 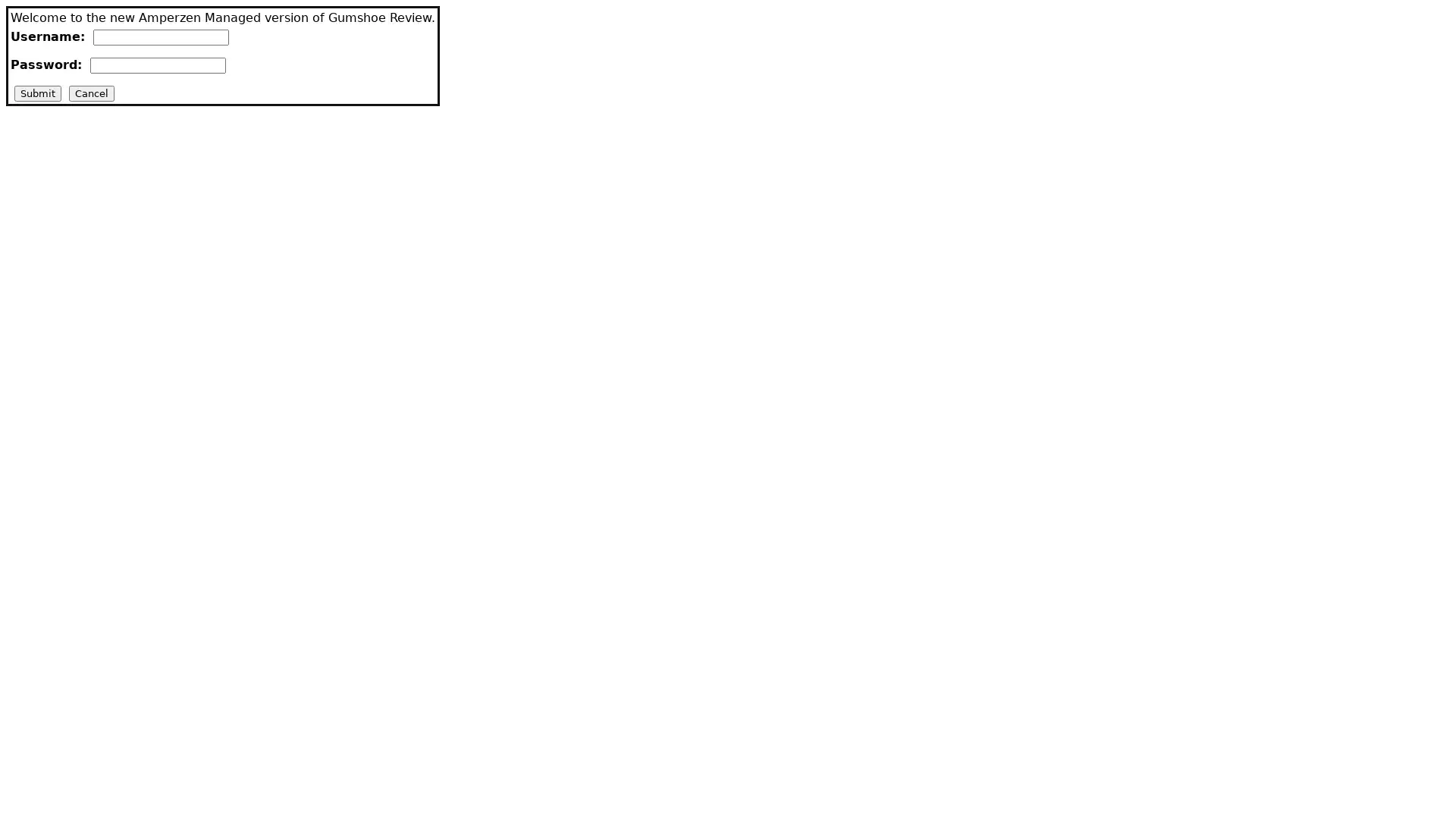 I want to click on Submit, so click(x=37, y=93).